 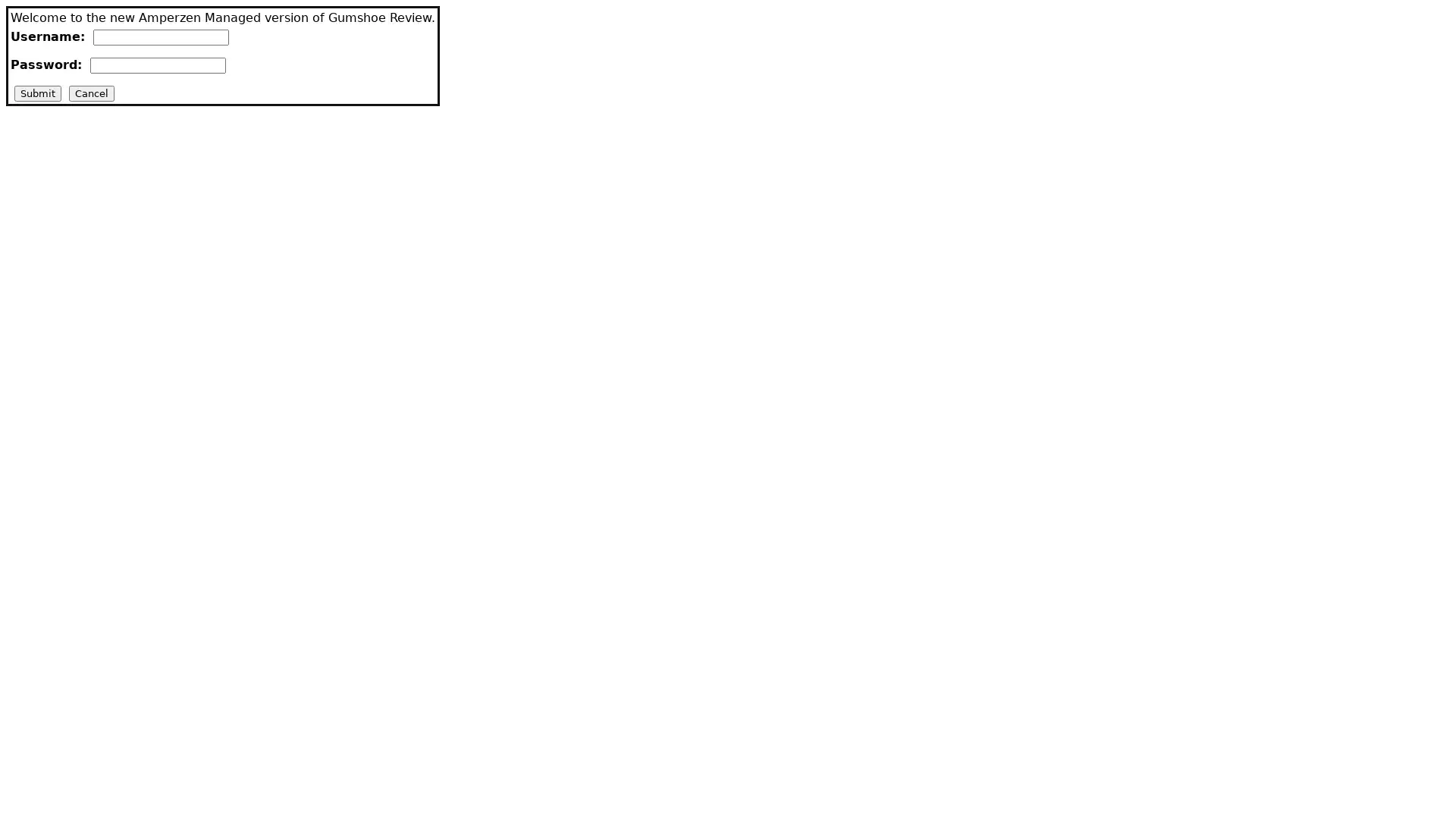 I want to click on Submit, so click(x=37, y=93).